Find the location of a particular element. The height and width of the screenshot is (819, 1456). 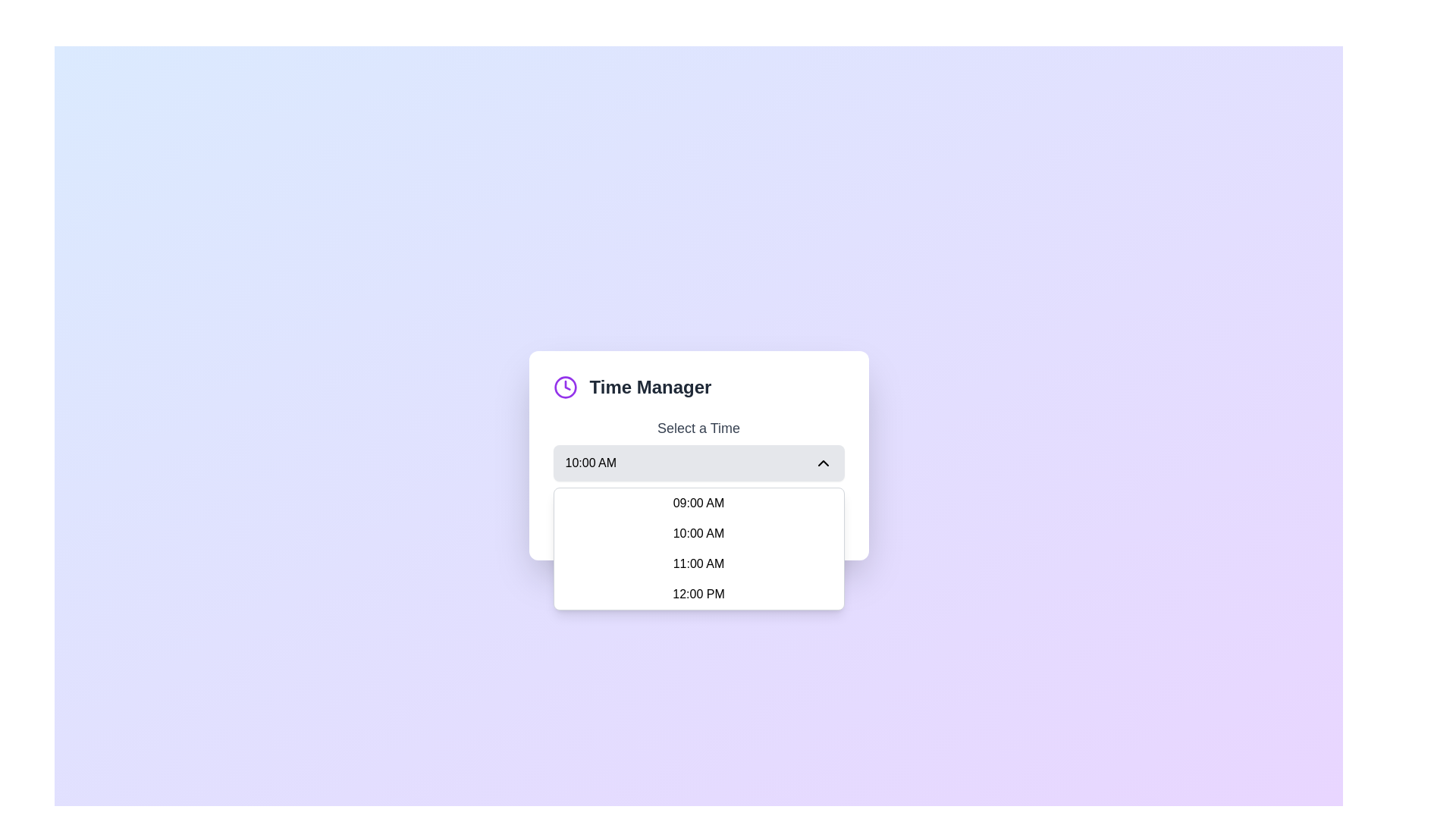

the specific time option in the dropdown menu located below the '10:00 AM' dropdown selector, which is a rectangular menu with rounded corners and white background is located at coordinates (698, 549).